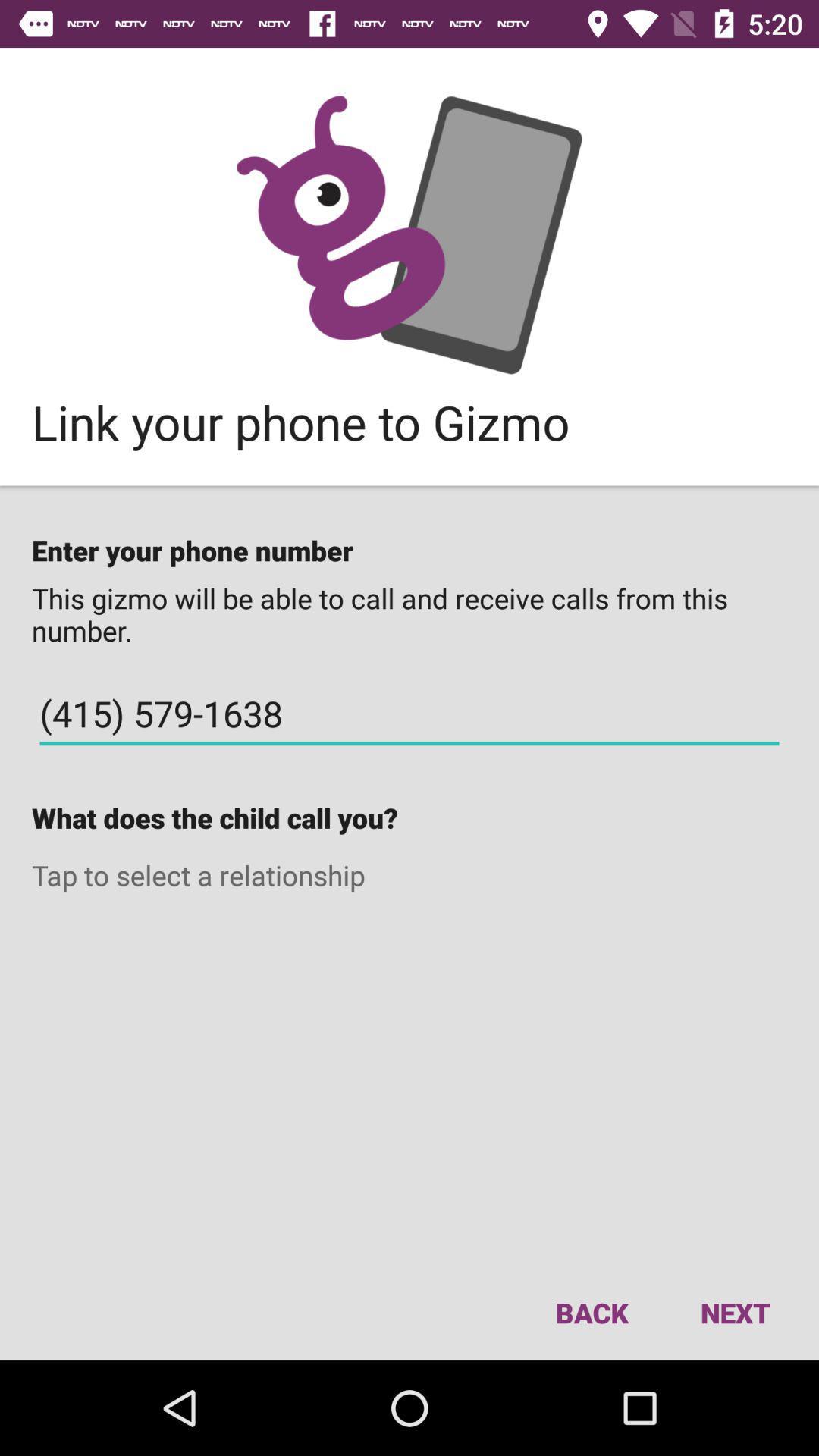  What do you see at coordinates (591, 1312) in the screenshot?
I see `the item to the left of next` at bounding box center [591, 1312].